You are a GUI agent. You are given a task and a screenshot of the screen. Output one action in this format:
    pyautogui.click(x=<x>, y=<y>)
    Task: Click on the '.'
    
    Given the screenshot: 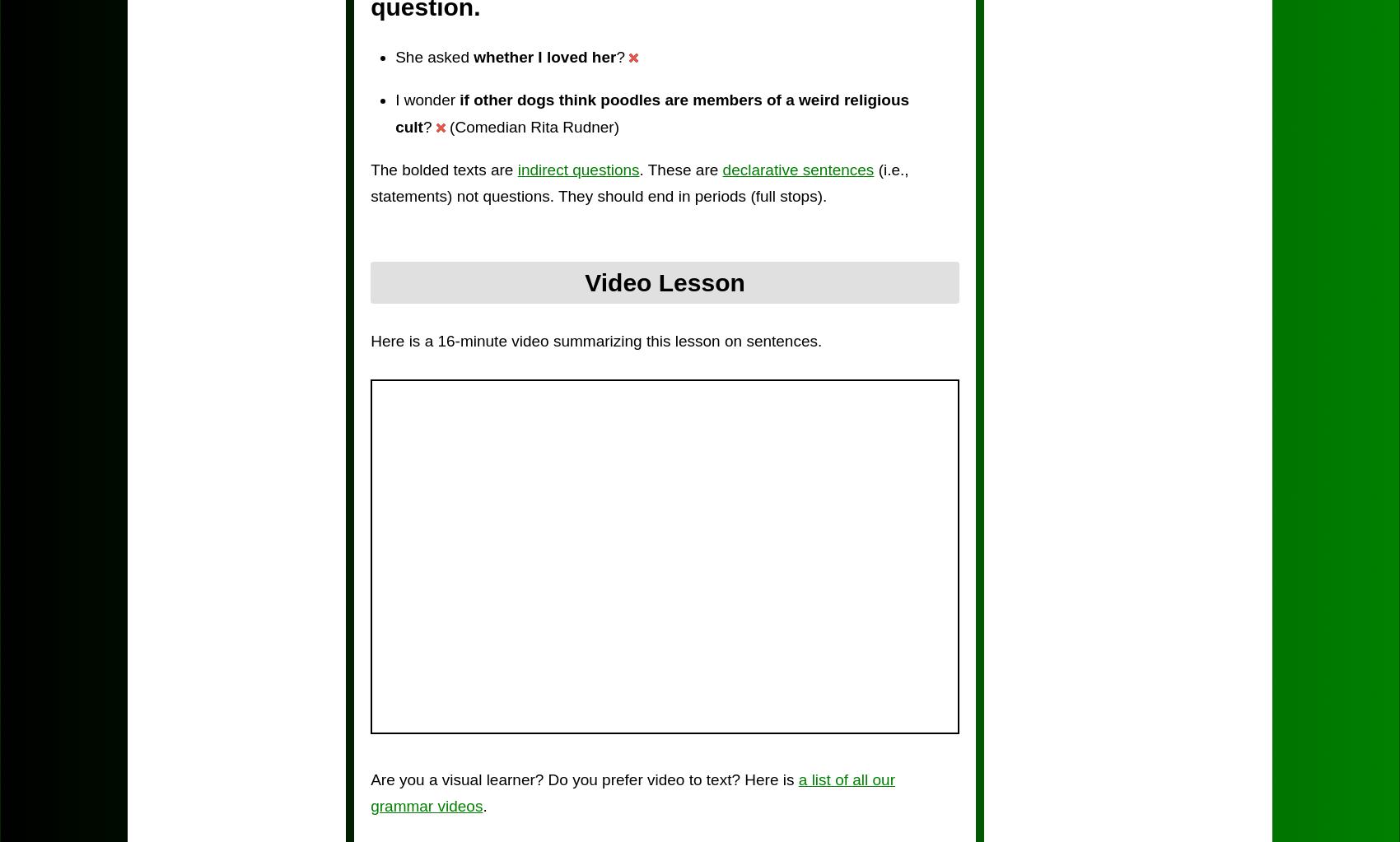 What is the action you would take?
    pyautogui.click(x=483, y=806)
    